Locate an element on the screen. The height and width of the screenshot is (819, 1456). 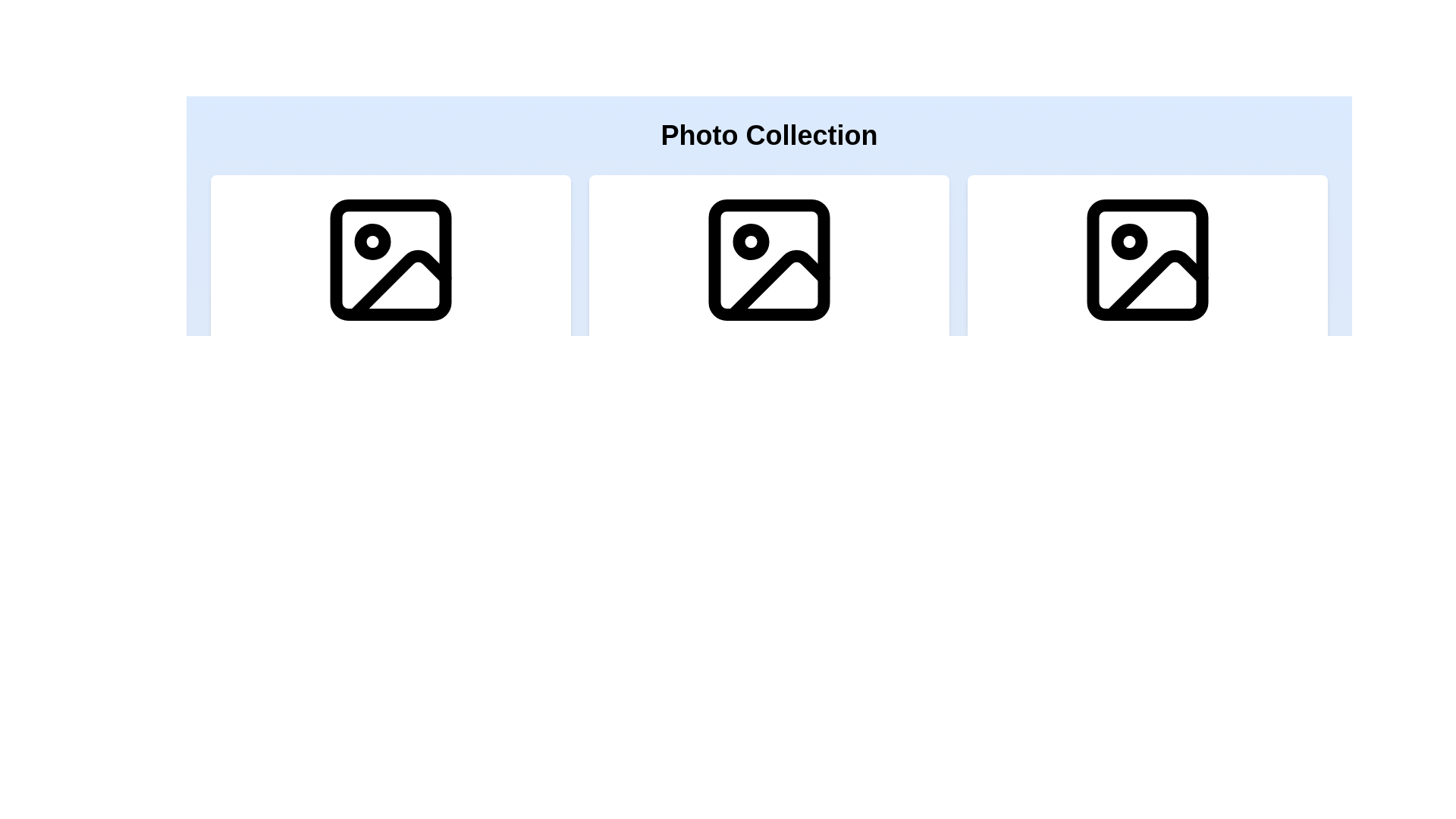
the decorative circle element within the SVG framework that serves as an indicator in the third photo icon is located at coordinates (1129, 241).